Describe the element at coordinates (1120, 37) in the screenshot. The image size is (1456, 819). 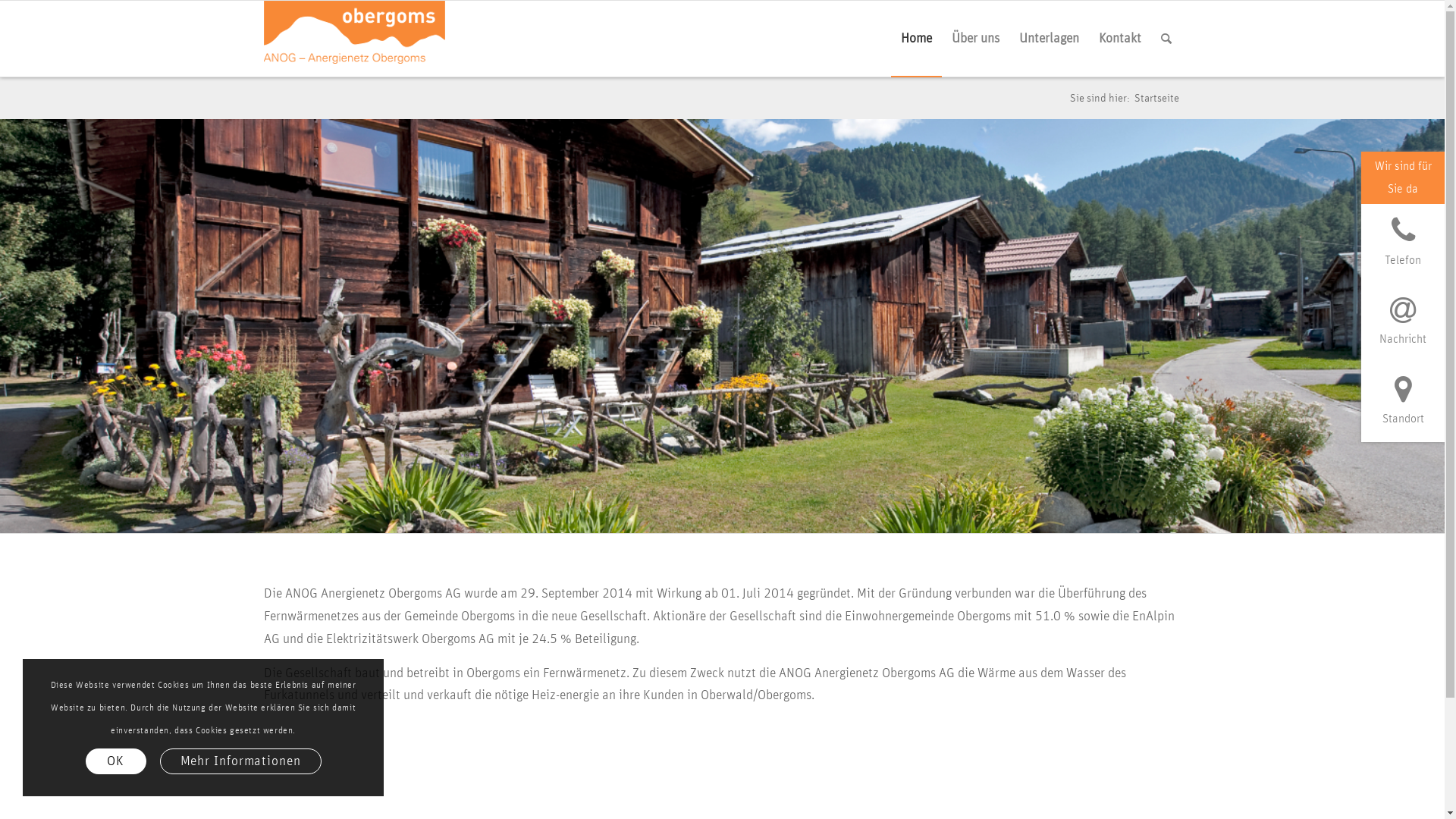
I see `'Kontakt'` at that location.